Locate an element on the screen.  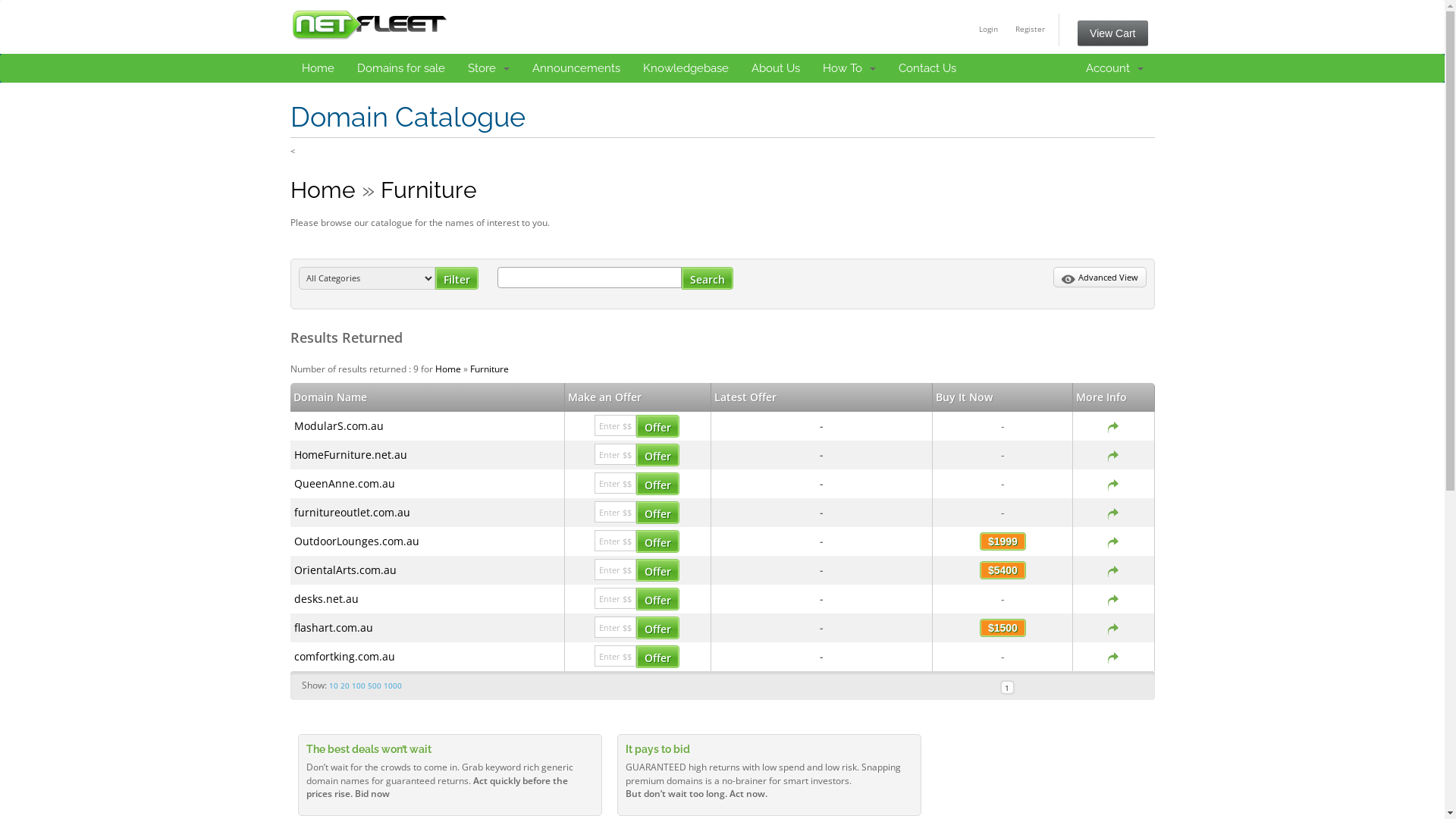
'Store  ' is located at coordinates (488, 67).